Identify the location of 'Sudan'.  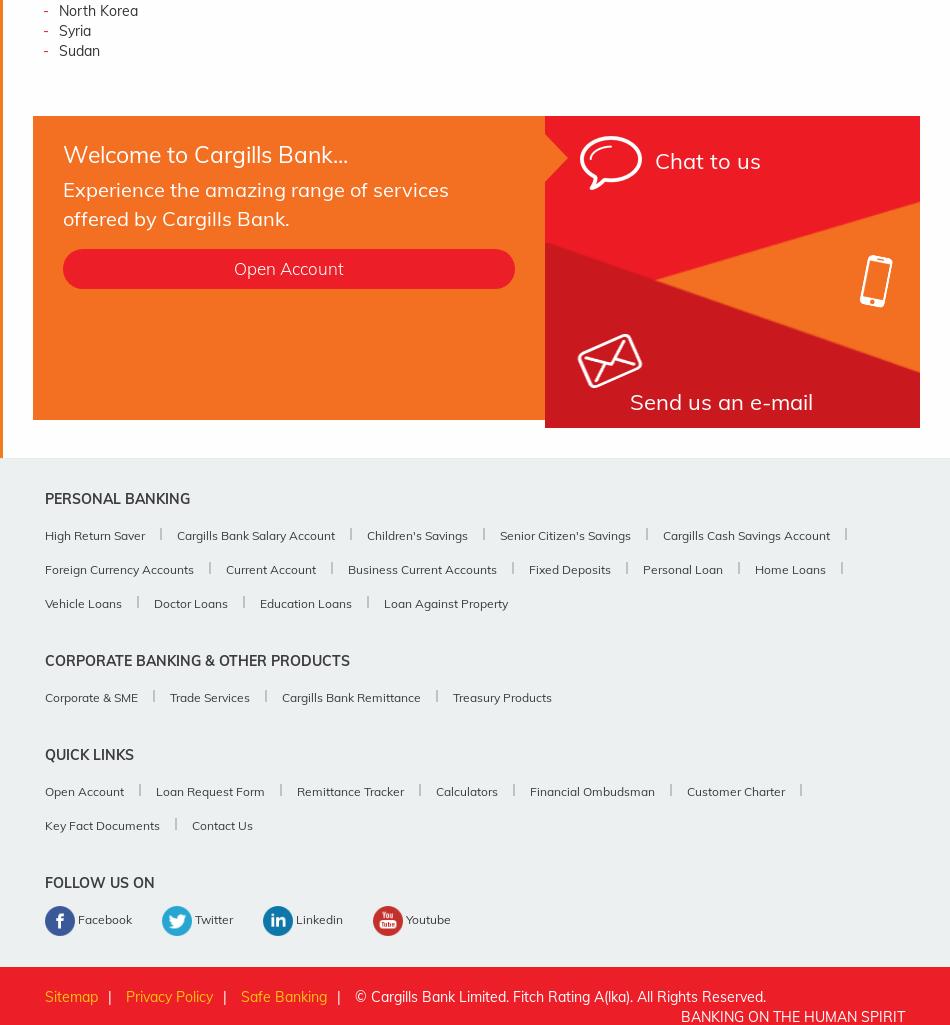
(79, 49).